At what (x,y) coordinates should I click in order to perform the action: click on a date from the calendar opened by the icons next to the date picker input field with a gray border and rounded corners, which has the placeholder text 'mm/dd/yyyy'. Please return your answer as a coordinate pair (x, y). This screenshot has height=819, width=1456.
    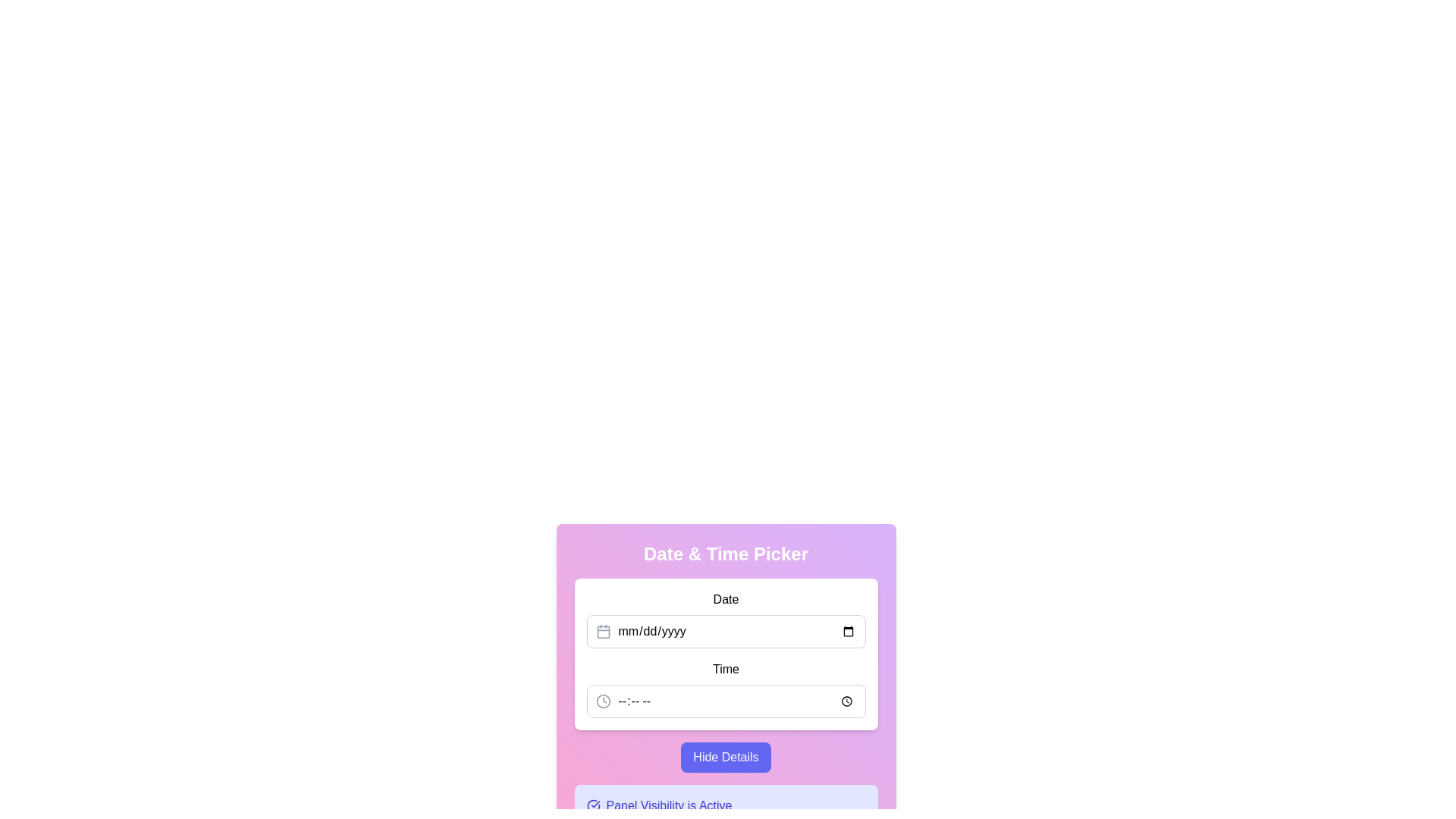
    Looking at the image, I should click on (725, 632).